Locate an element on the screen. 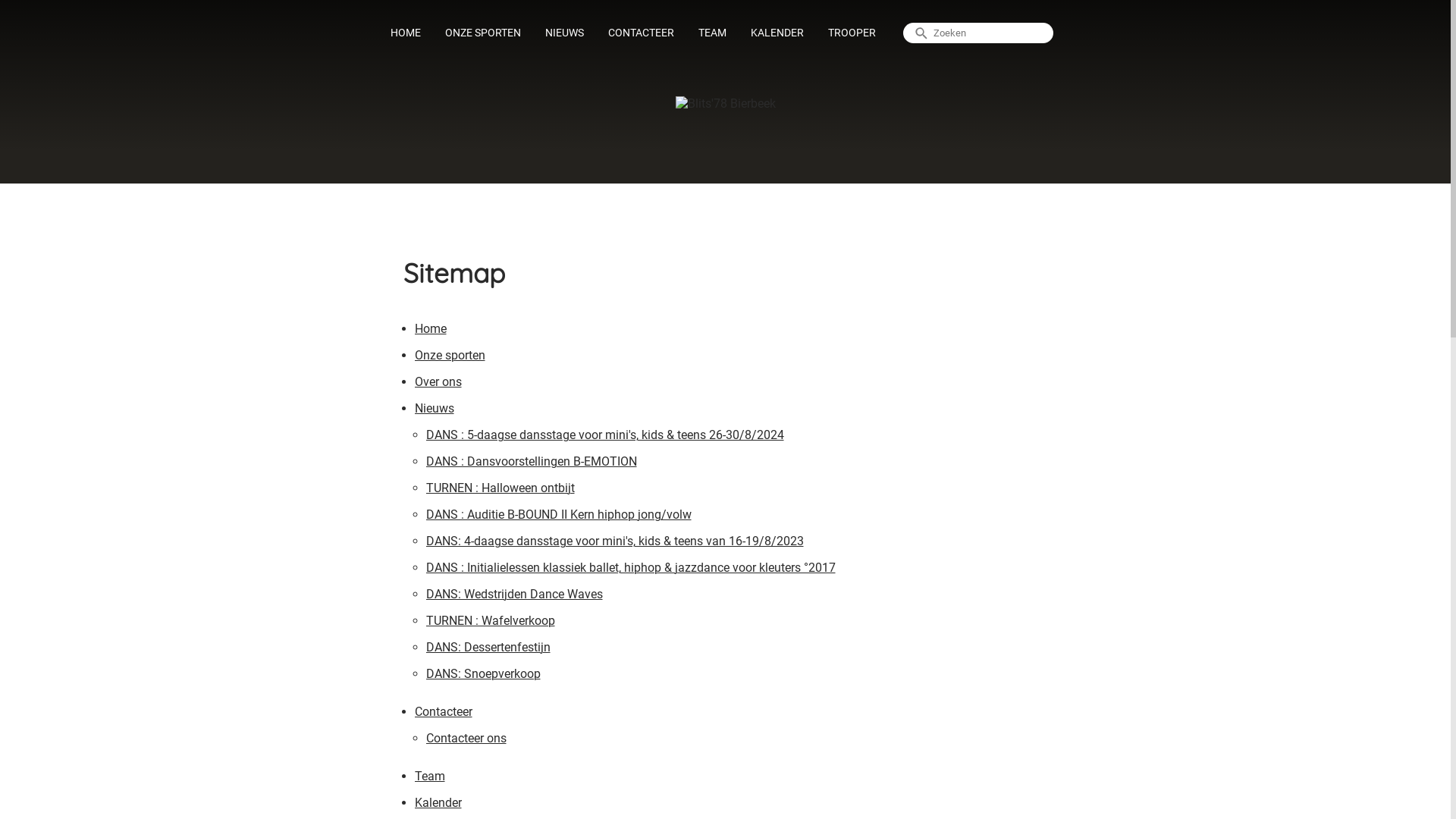 This screenshot has height=819, width=1456. 'CONTACTEER' is located at coordinates (597, 33).